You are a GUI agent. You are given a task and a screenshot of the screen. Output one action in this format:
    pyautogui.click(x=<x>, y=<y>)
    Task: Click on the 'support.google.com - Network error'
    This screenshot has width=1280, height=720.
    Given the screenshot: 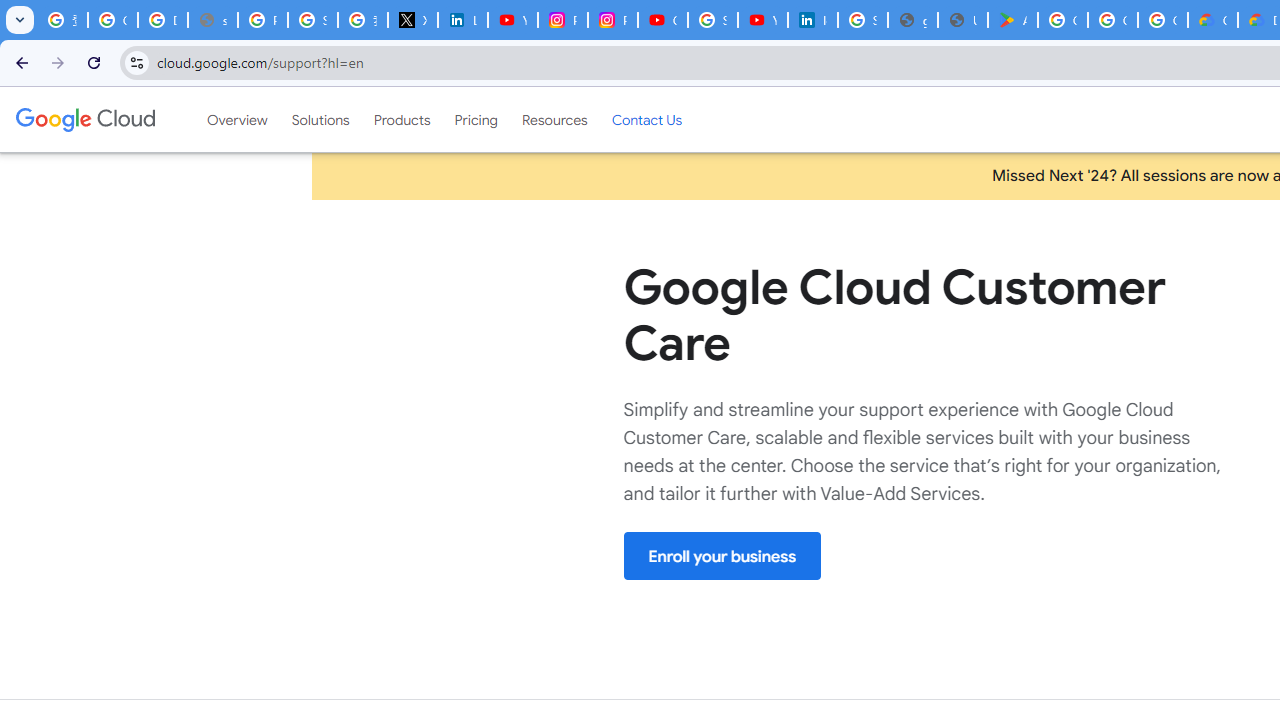 What is the action you would take?
    pyautogui.click(x=213, y=20)
    